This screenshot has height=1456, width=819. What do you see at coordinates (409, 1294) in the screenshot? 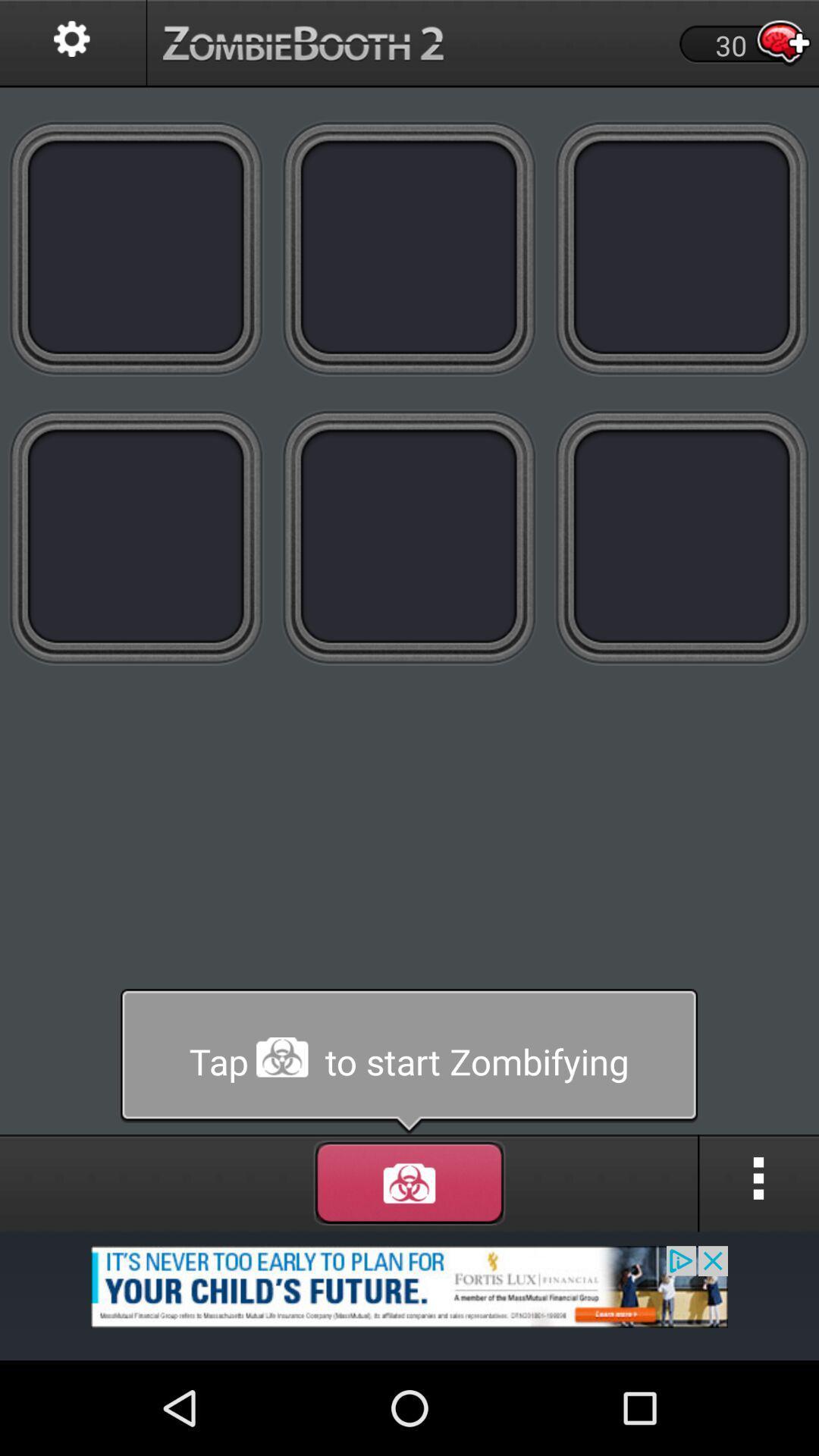
I see `advertisement page` at bounding box center [409, 1294].